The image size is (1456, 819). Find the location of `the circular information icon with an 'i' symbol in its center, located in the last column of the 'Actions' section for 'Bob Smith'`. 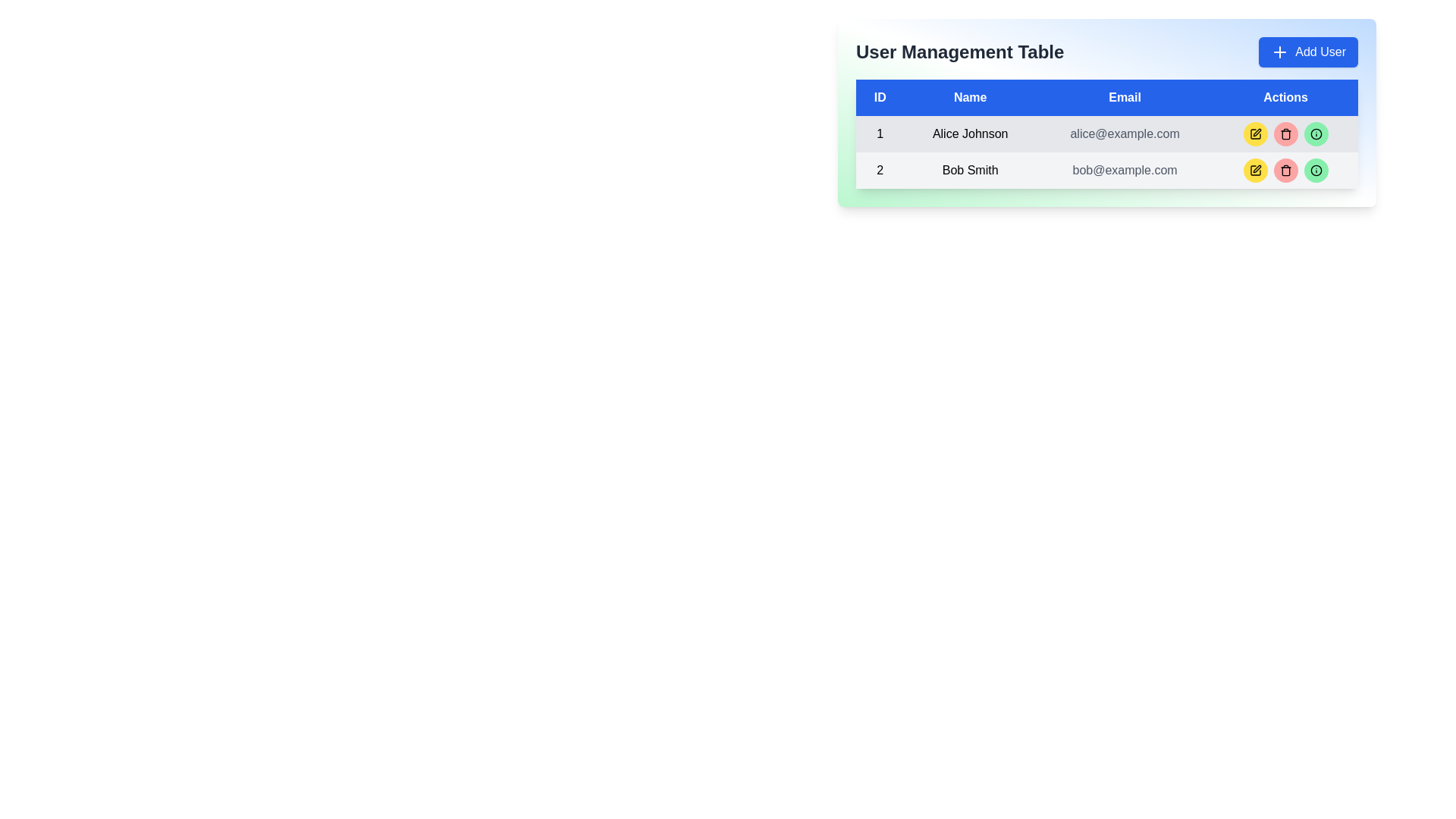

the circular information icon with an 'i' symbol in its center, located in the last column of the 'Actions' section for 'Bob Smith' is located at coordinates (1315, 133).